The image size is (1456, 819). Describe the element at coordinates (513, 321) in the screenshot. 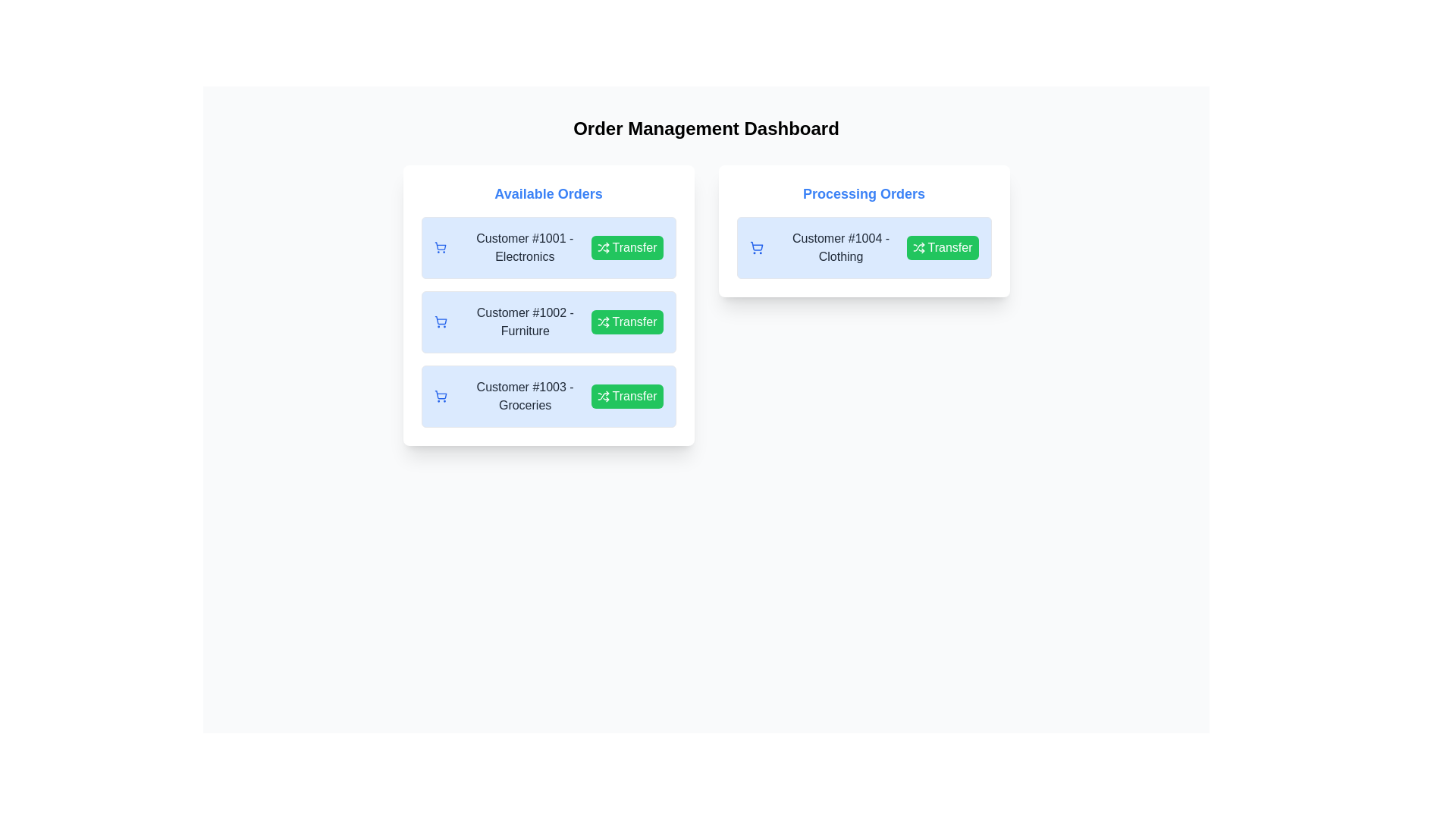

I see `Text and icon display component that provides information about the furniture order for Customer #1002, located in the 'Available Orders' section` at that location.